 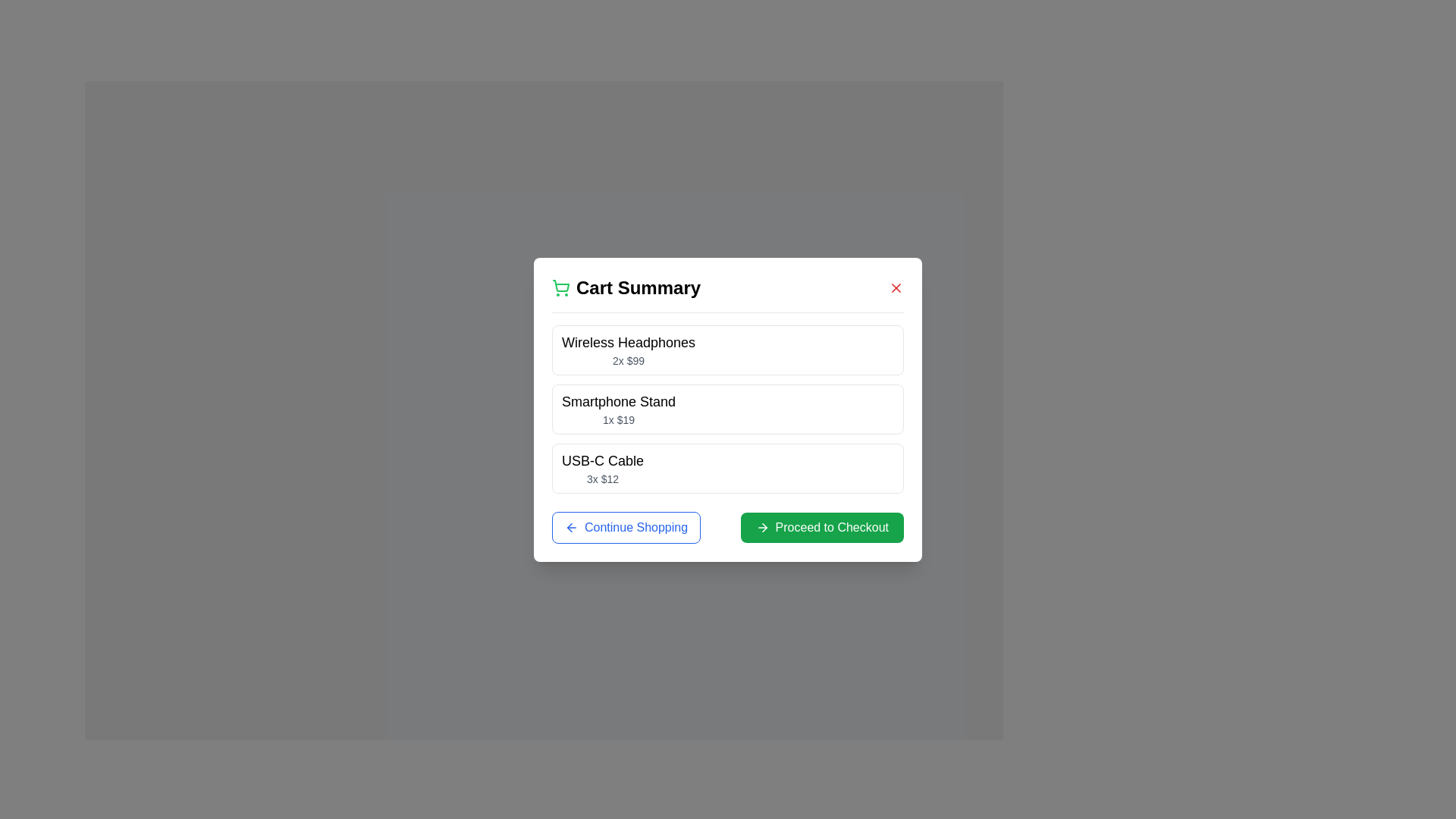 I want to click on the text display element that shows the description and cost information for the 'USB-C Cable' item in the 'Cart Summary' dialog box, located below the 'Smartphone Stand' item, so click(x=602, y=467).